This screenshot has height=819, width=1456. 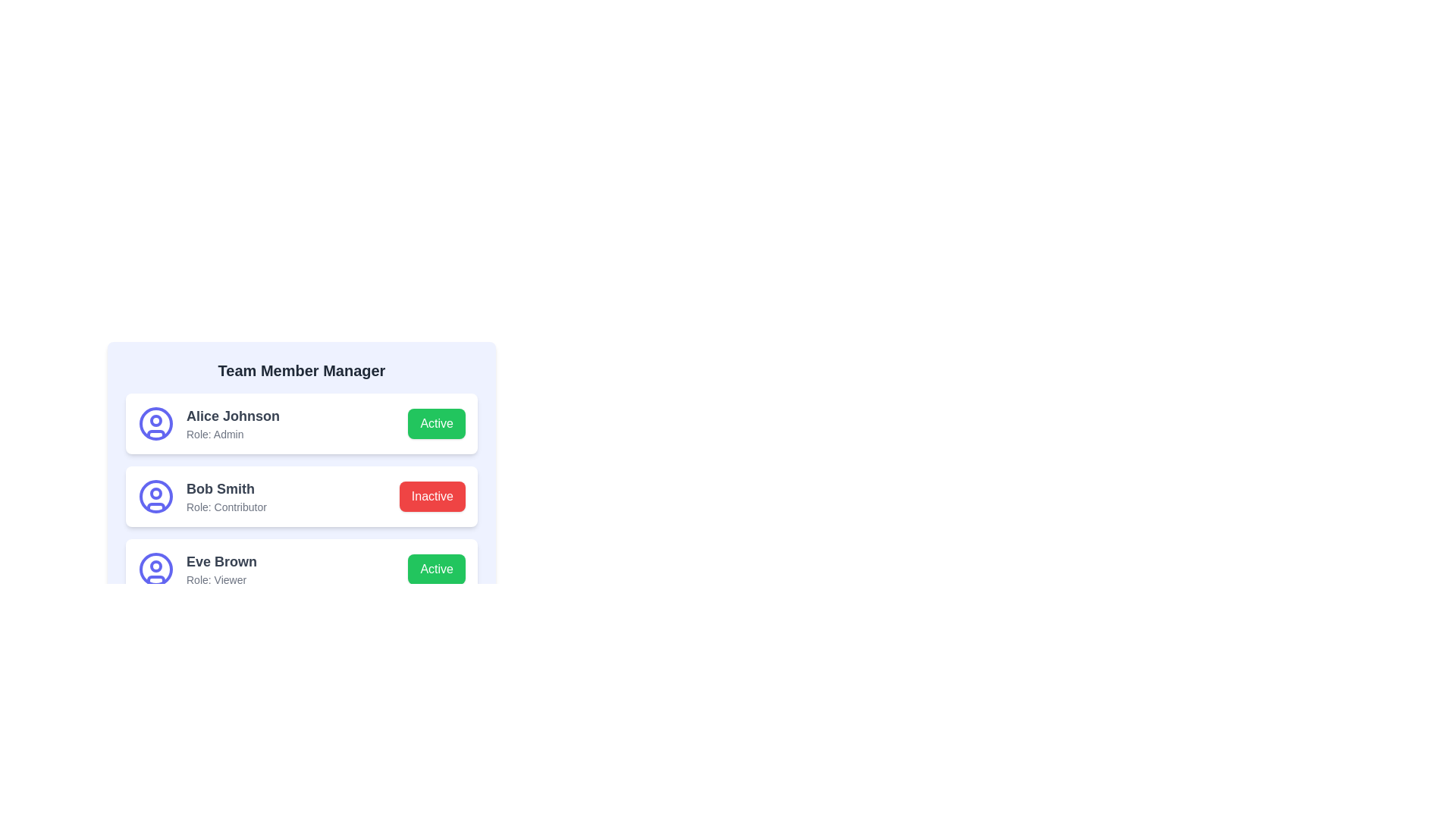 I want to click on the status indicator button for user 'Eve Brown', so click(x=436, y=570).